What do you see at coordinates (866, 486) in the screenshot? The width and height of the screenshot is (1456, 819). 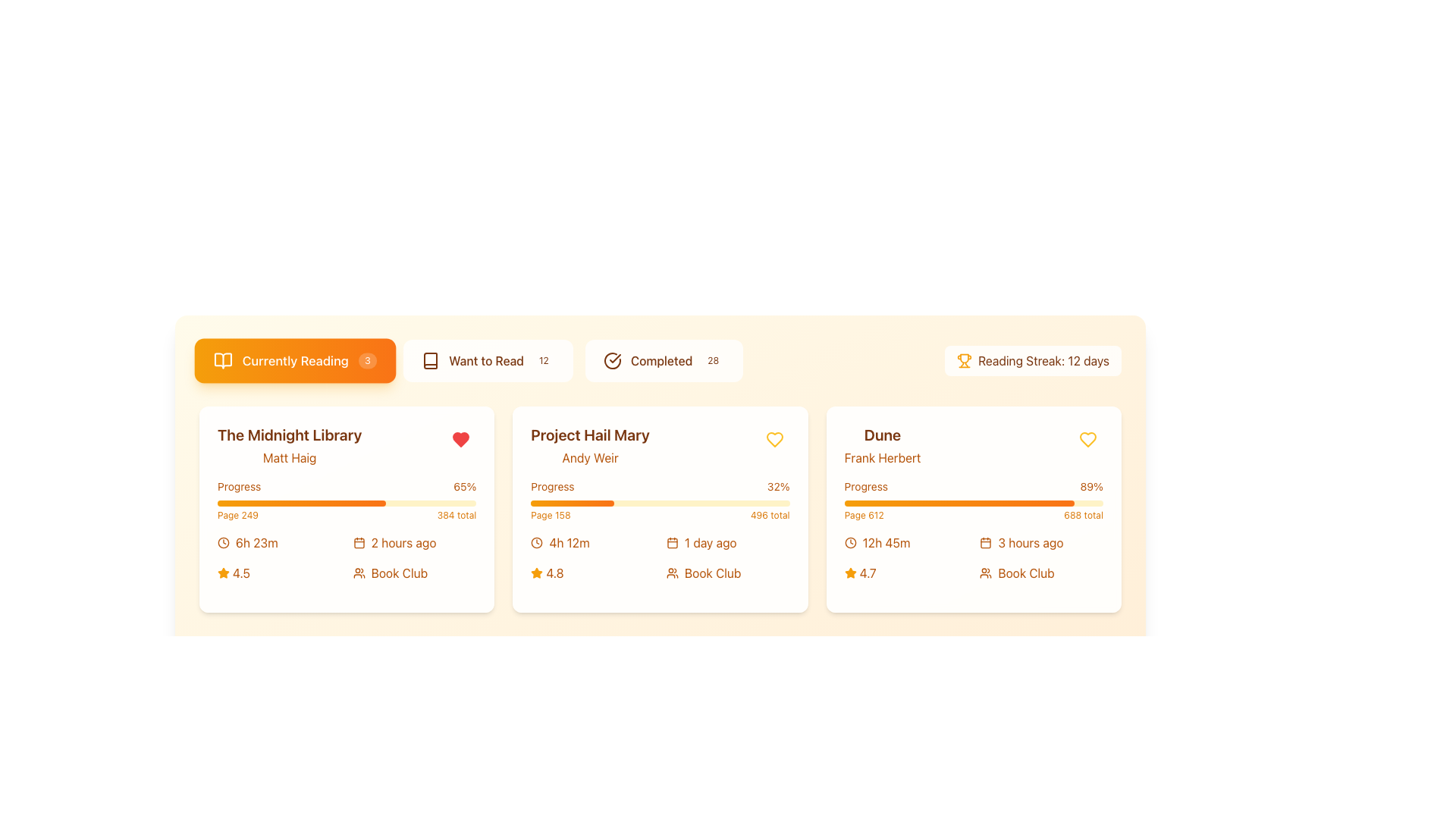 I see `the text label displaying 'Progress' in brownish color, located in the upper-left corner of the progress section of the 'Dune' card interface` at bounding box center [866, 486].